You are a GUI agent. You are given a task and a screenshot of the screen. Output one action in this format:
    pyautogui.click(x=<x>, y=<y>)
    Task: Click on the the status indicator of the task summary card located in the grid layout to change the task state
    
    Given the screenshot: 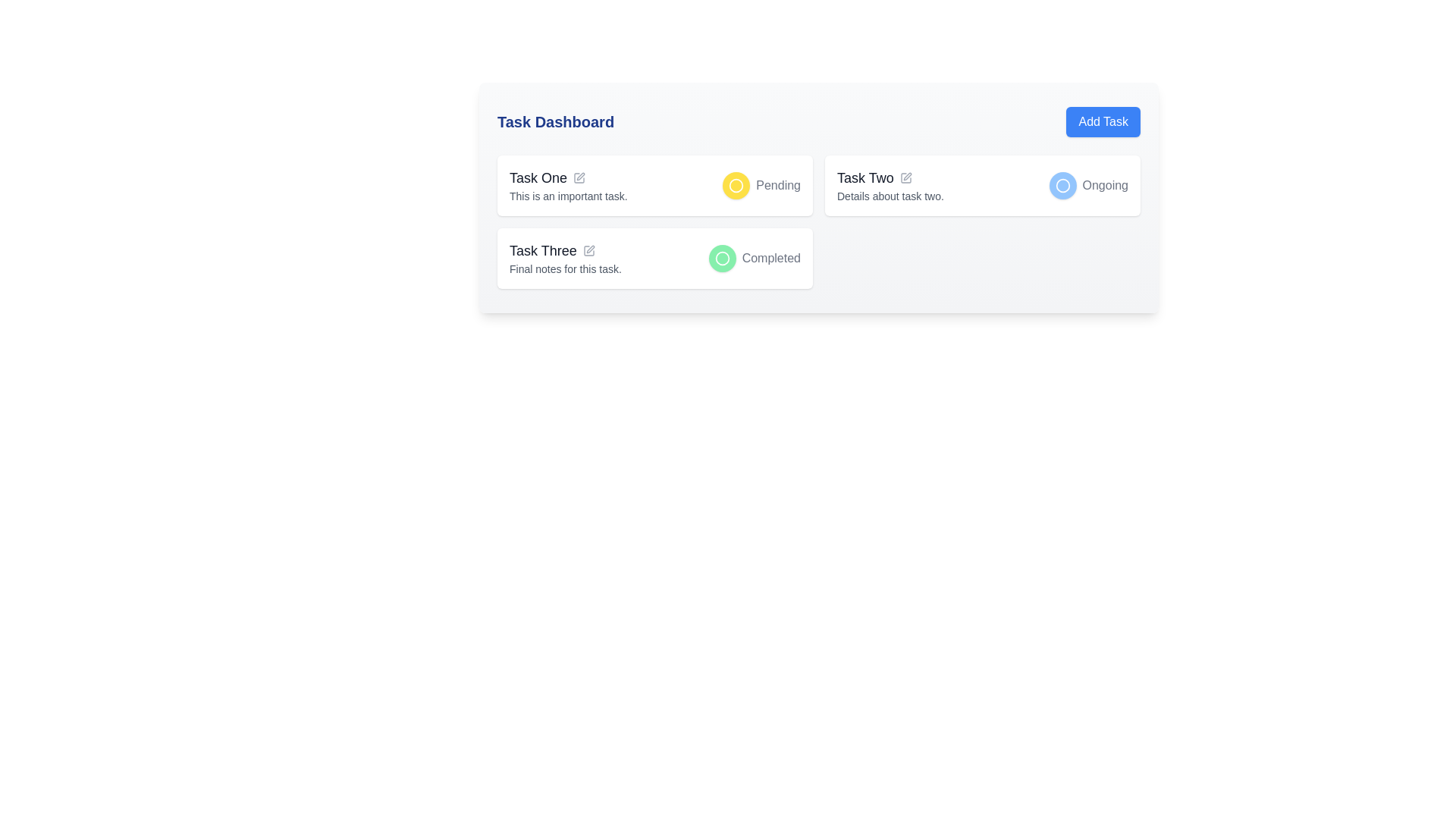 What is the action you would take?
    pyautogui.click(x=655, y=257)
    